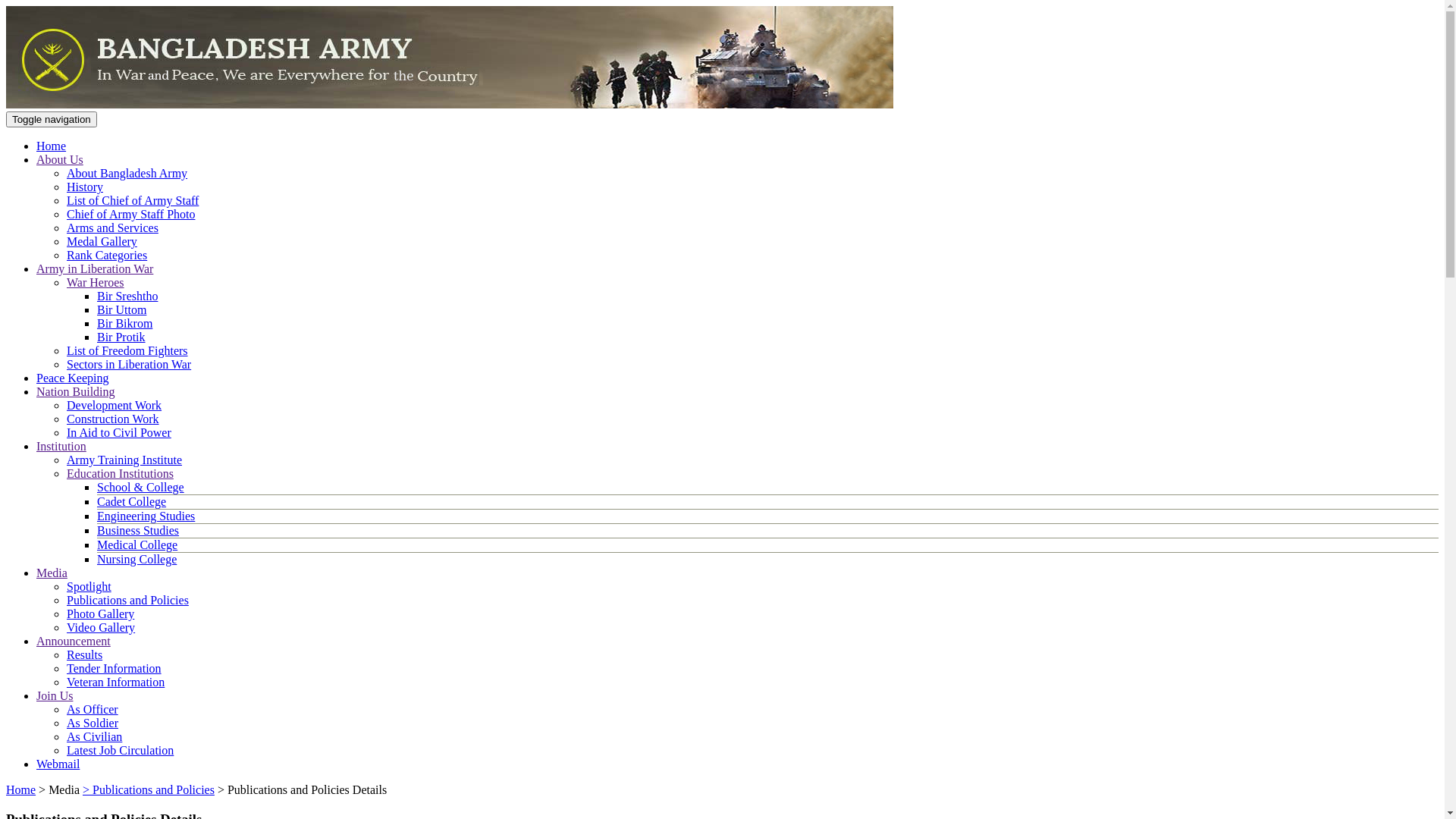  Describe the element at coordinates (99, 613) in the screenshot. I see `'Photo Gallery'` at that location.